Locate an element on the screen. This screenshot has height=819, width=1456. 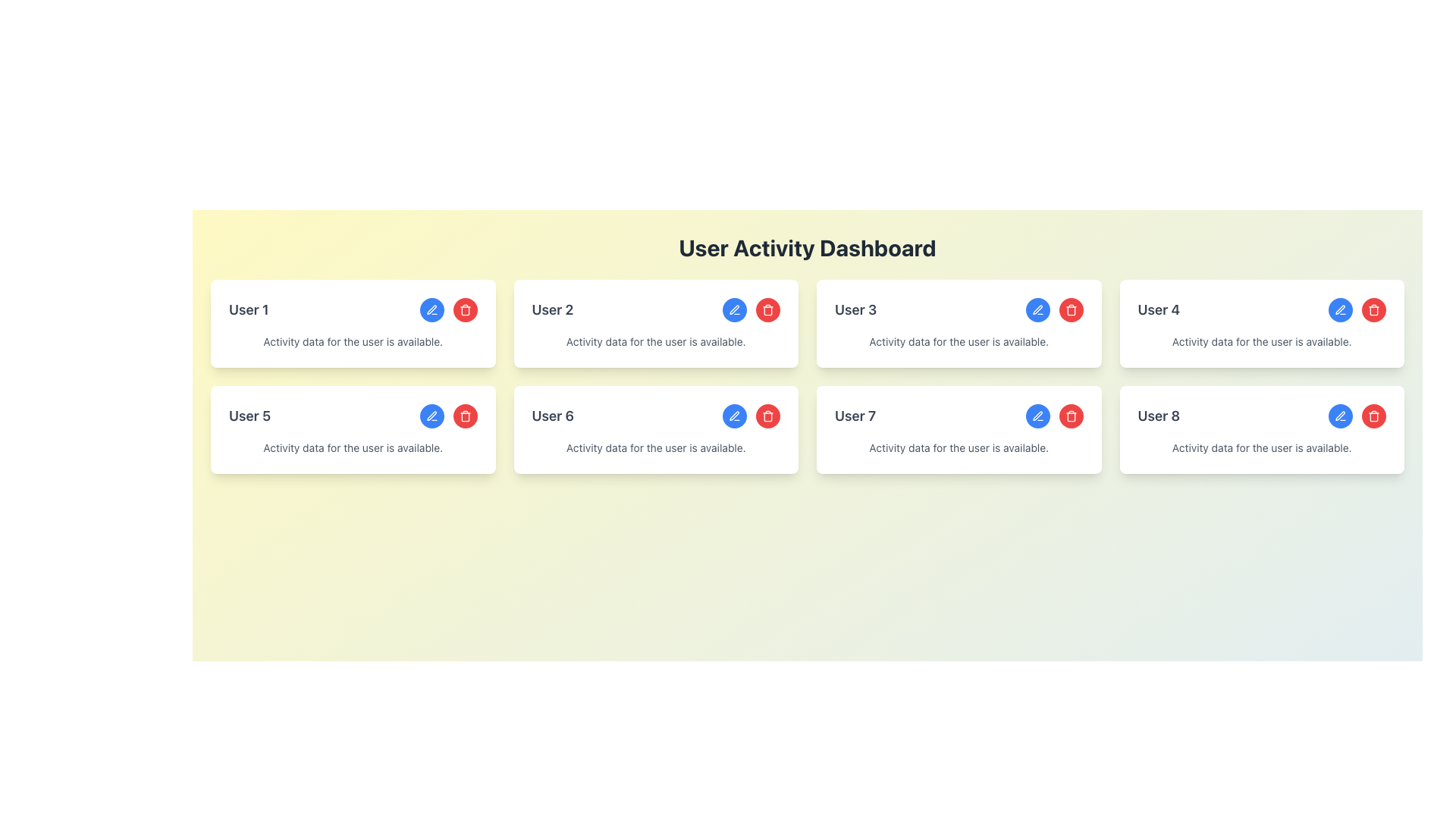
the circular blue button with a light pencil icon located in the top-right corner of the card labeled 'User 2' to observe its visual changes is located at coordinates (735, 309).